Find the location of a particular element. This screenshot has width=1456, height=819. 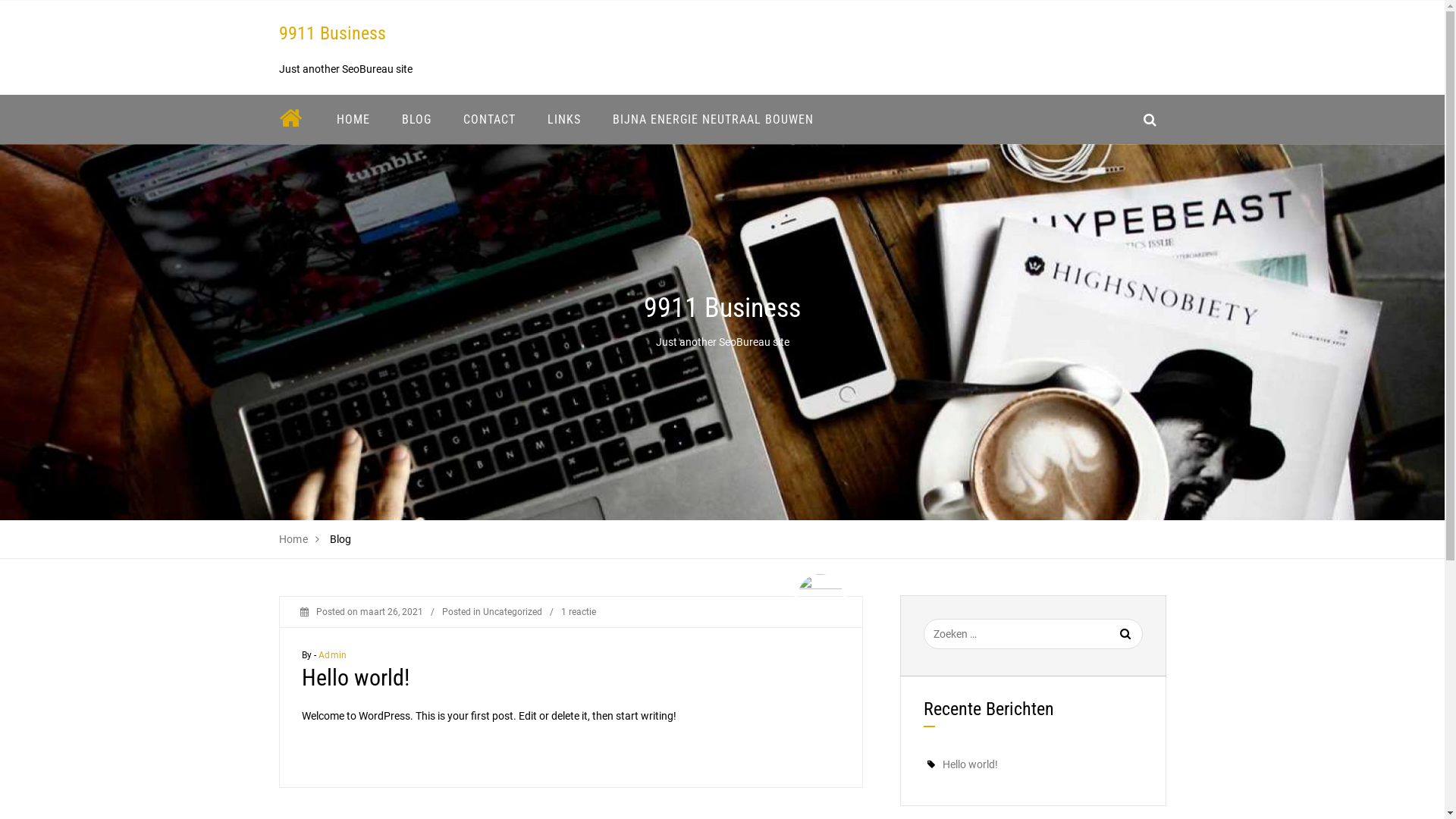

'Hello world!' is located at coordinates (968, 764).